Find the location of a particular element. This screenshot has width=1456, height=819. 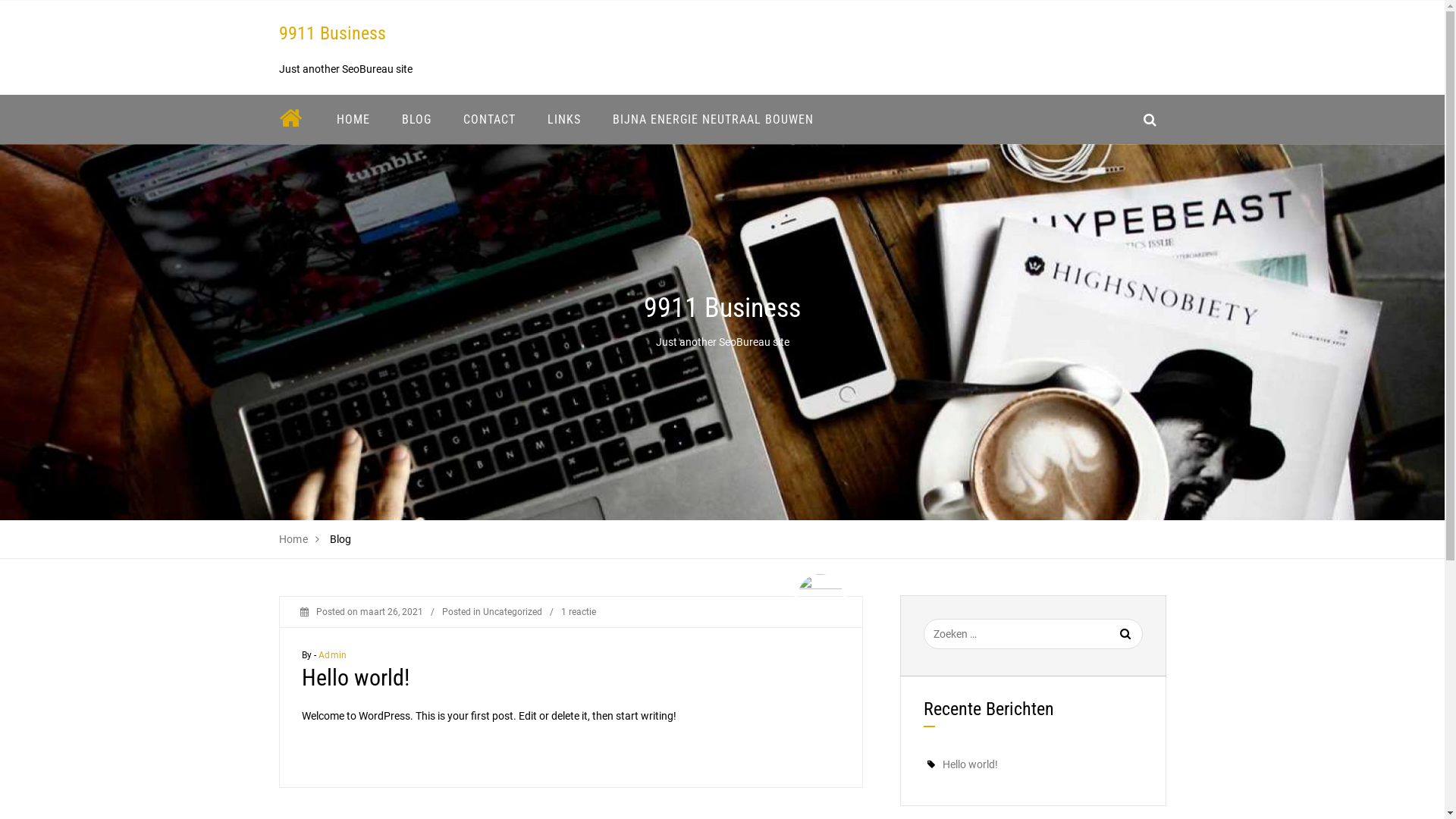

'Hello world!' is located at coordinates (968, 764).